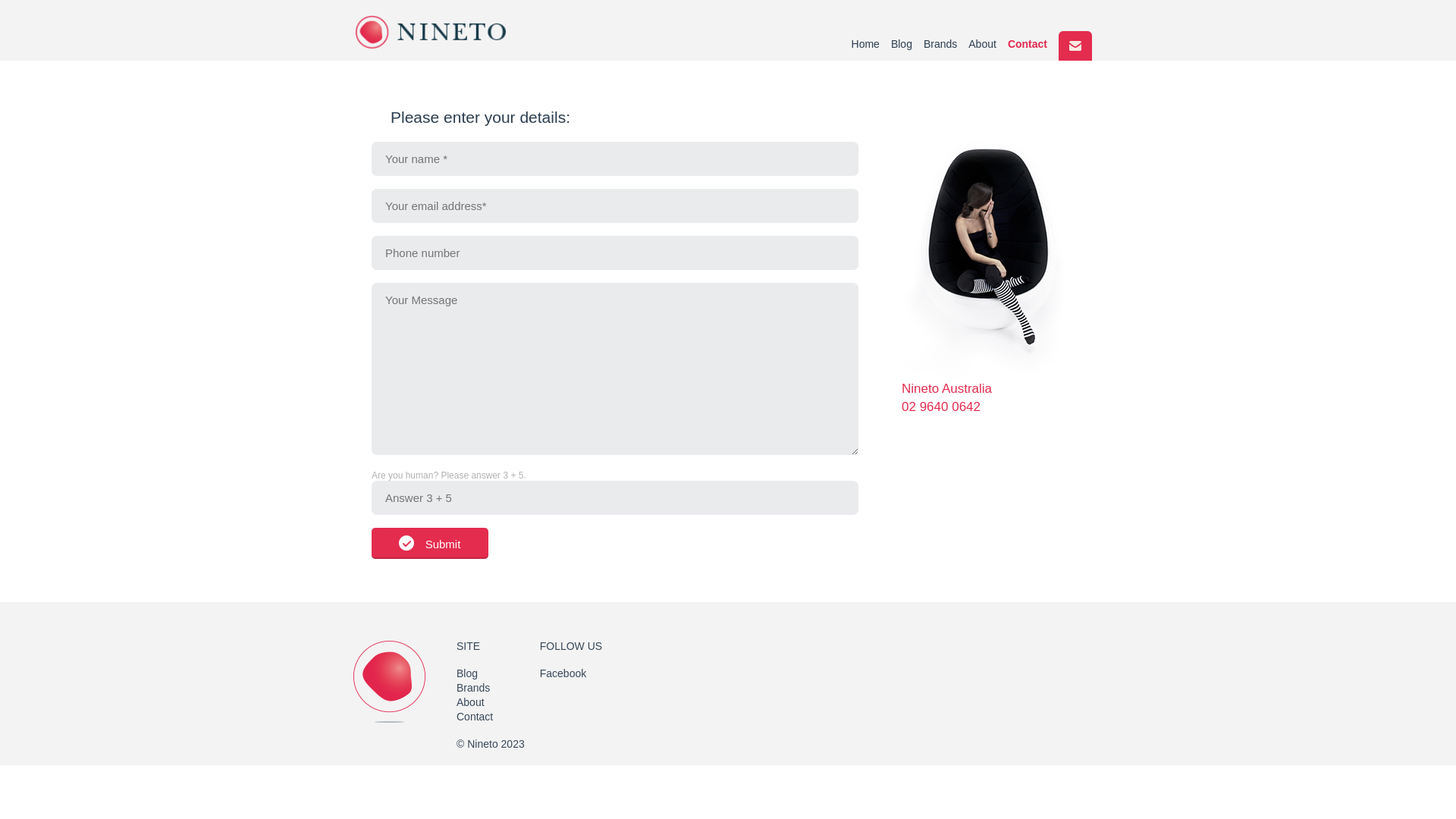 The width and height of the screenshot is (1456, 819). What do you see at coordinates (472, 687) in the screenshot?
I see `'Brands'` at bounding box center [472, 687].